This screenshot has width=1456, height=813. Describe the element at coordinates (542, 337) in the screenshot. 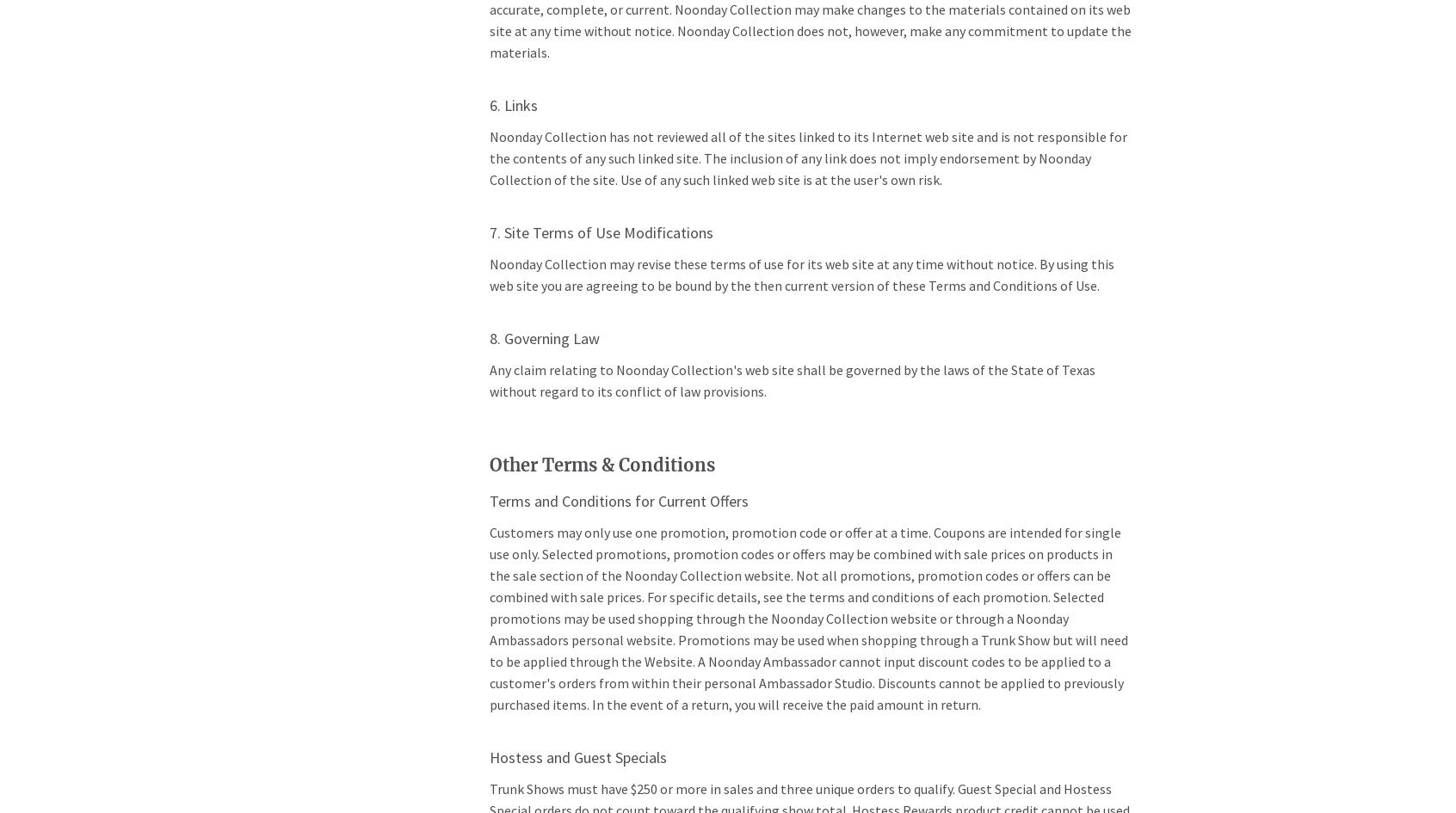

I see `'8. Governing Law'` at that location.